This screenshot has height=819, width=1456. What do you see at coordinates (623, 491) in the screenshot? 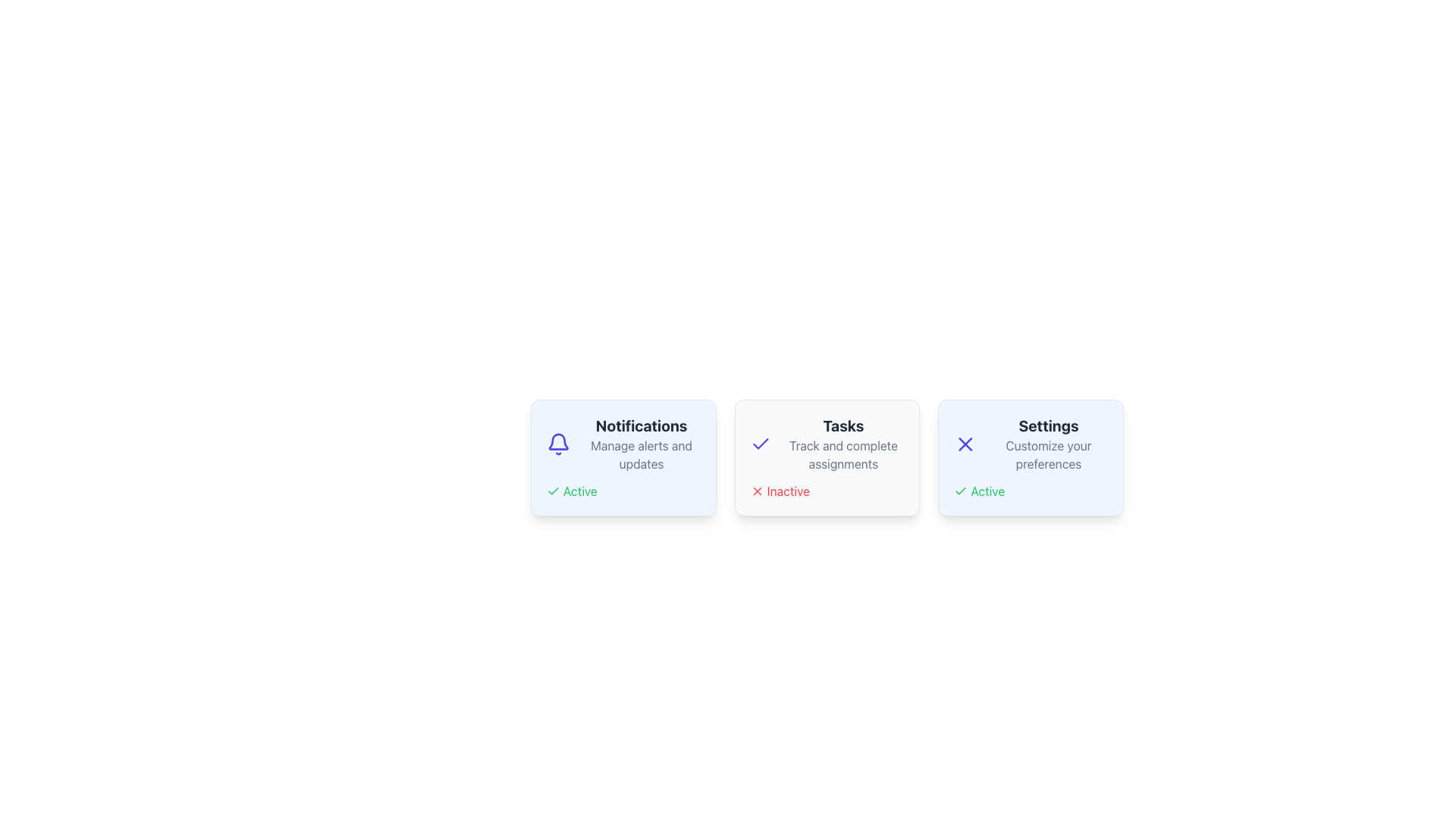
I see `status conveyed by the 'Active' status indicator located within the 'Notifications' card, positioned below 'Manage alerts and updates'` at bounding box center [623, 491].